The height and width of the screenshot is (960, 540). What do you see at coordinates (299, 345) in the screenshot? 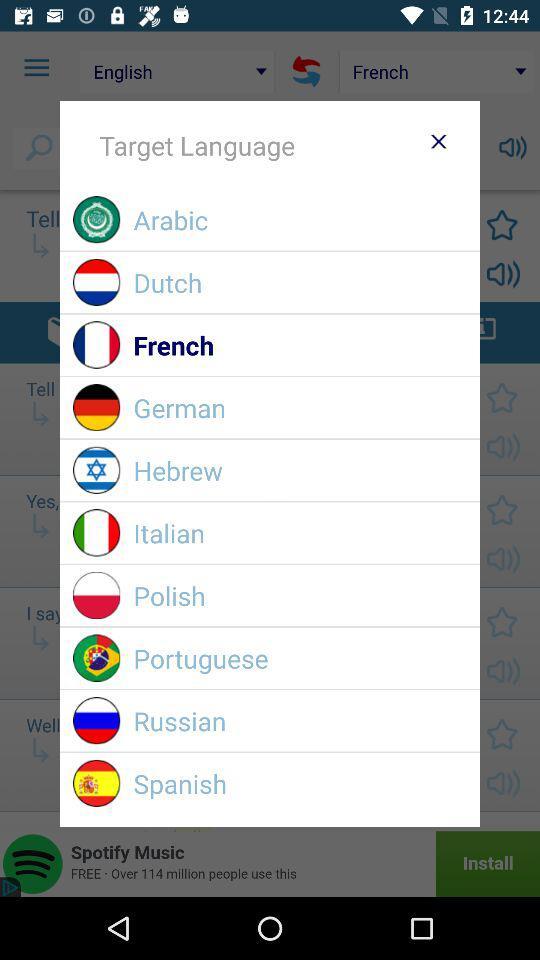
I see `the item above the german item` at bounding box center [299, 345].